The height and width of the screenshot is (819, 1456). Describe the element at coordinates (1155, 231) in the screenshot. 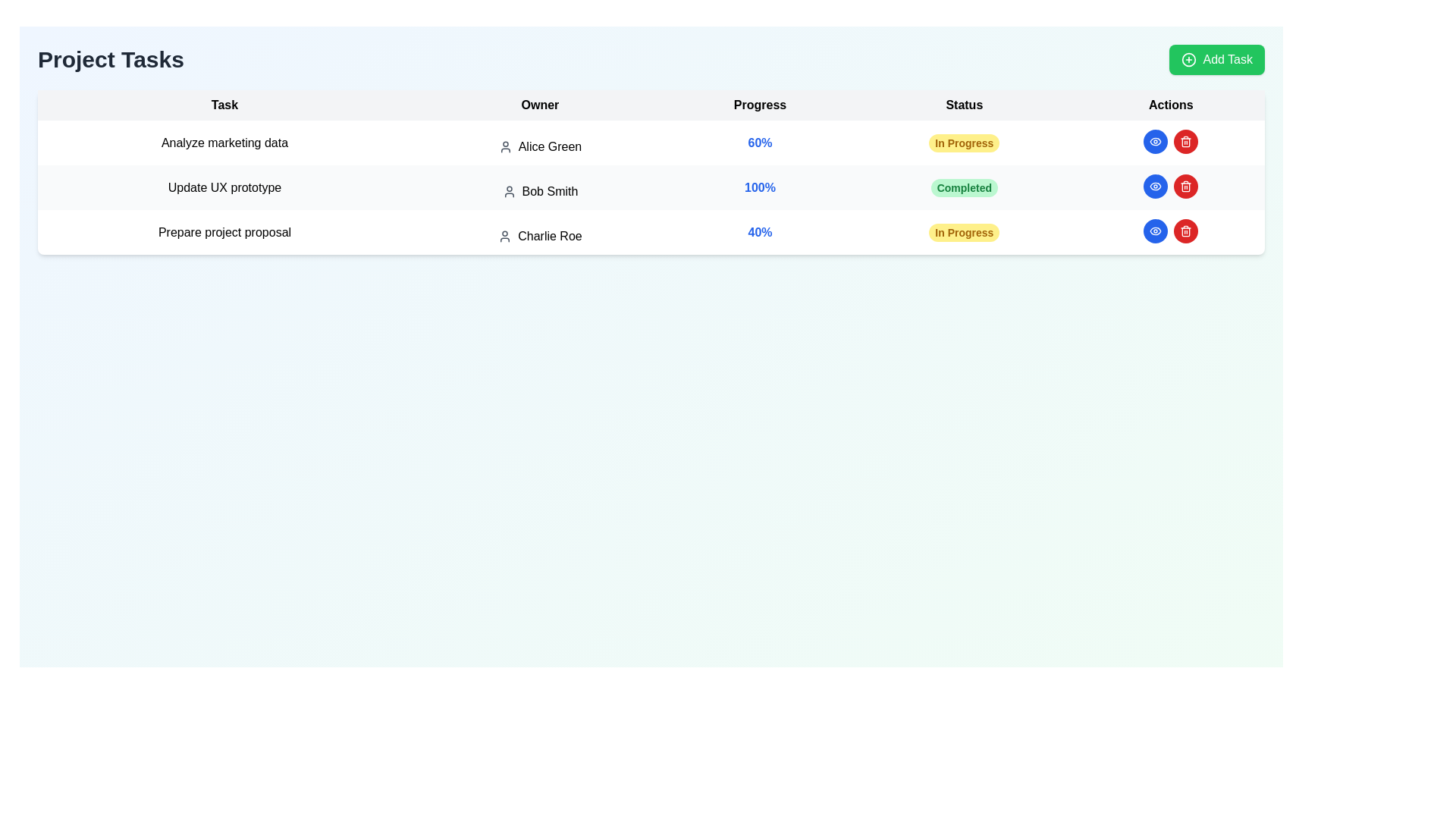

I see `the eye-shaped icon in the 'Actions' column of the task table for the 'Update UX prototype' row` at that location.